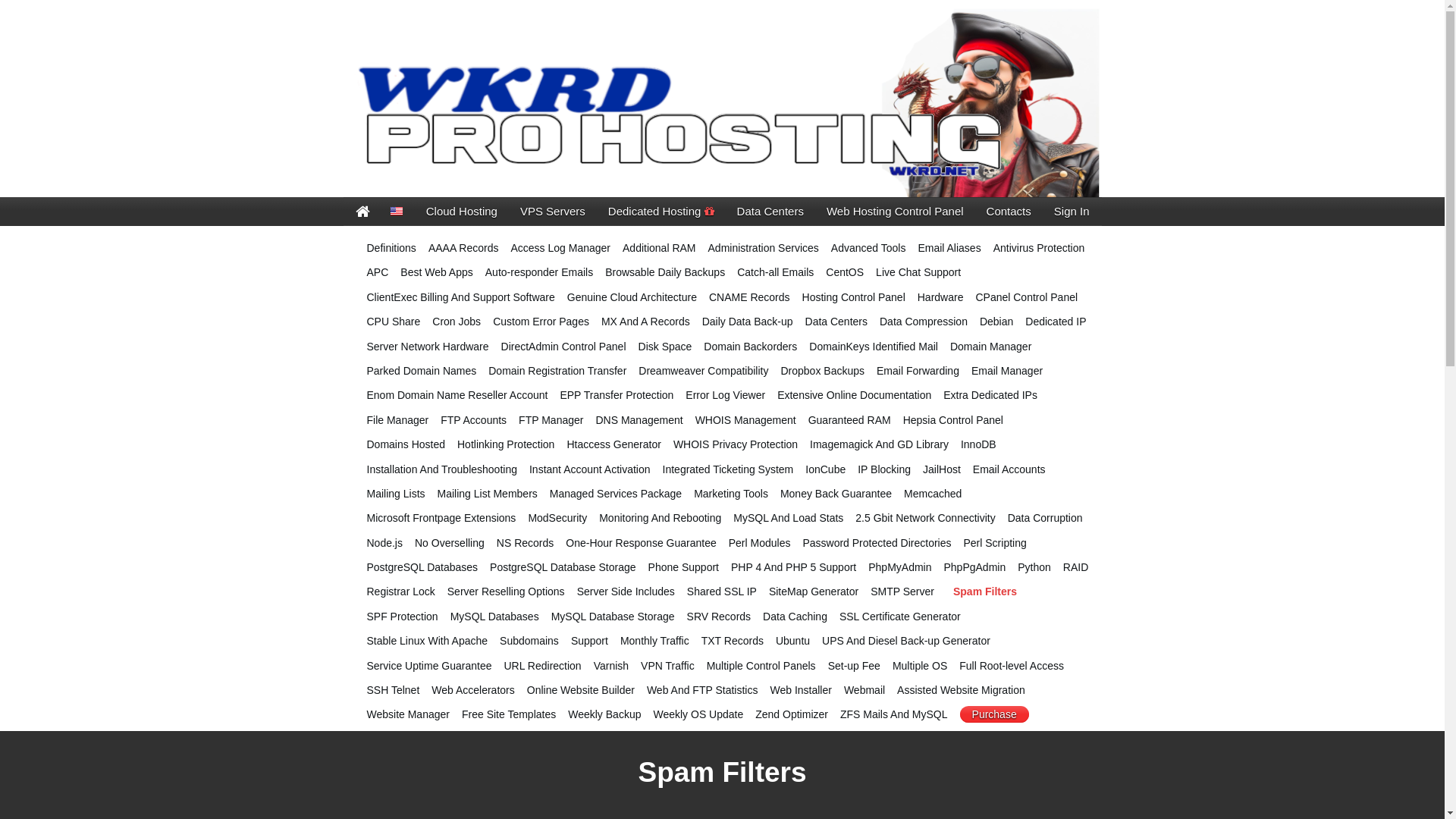 The width and height of the screenshot is (1456, 819). What do you see at coordinates (394, 321) in the screenshot?
I see `'CPU Share'` at bounding box center [394, 321].